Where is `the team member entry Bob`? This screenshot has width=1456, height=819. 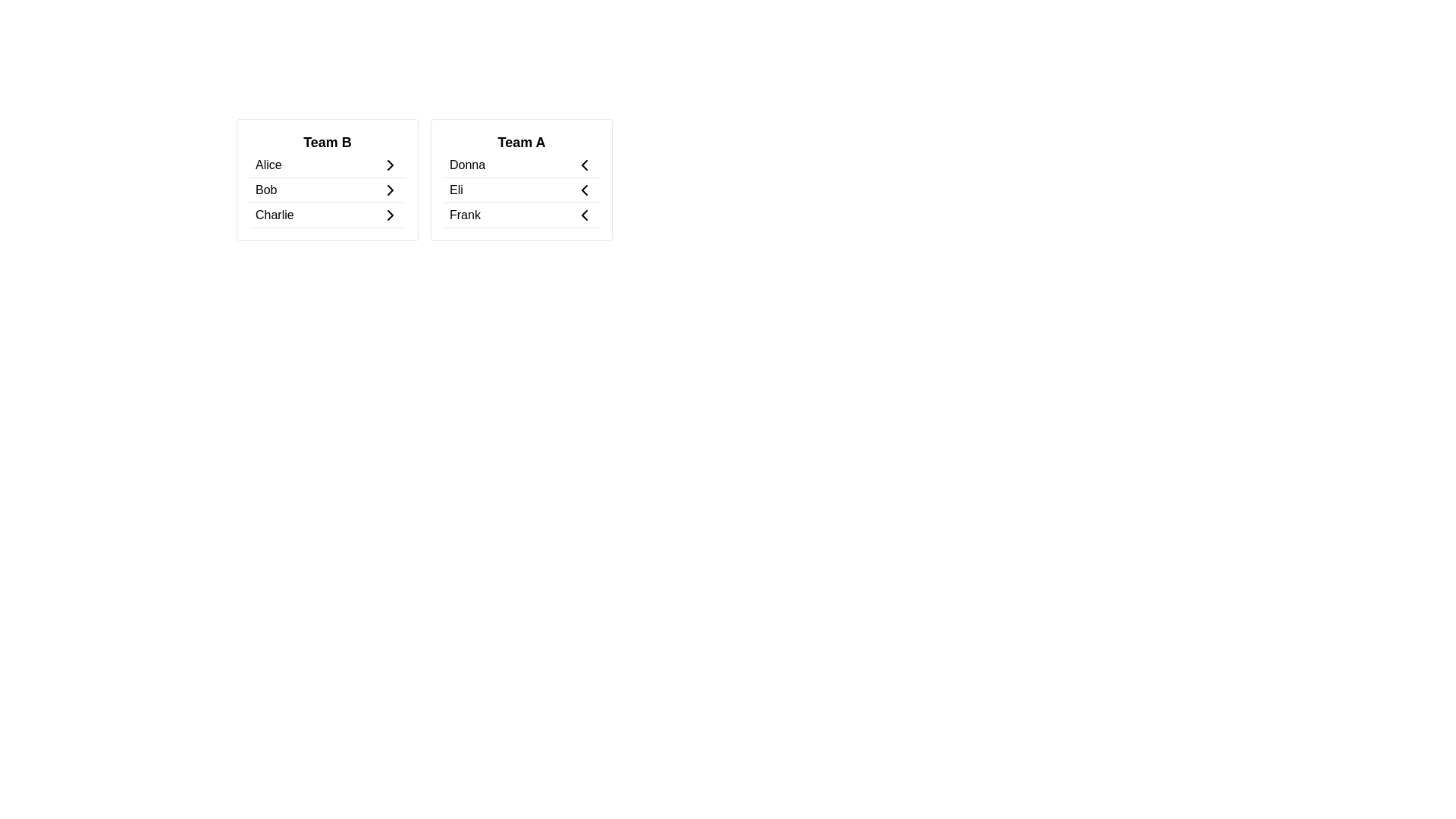
the team member entry Bob is located at coordinates (327, 190).